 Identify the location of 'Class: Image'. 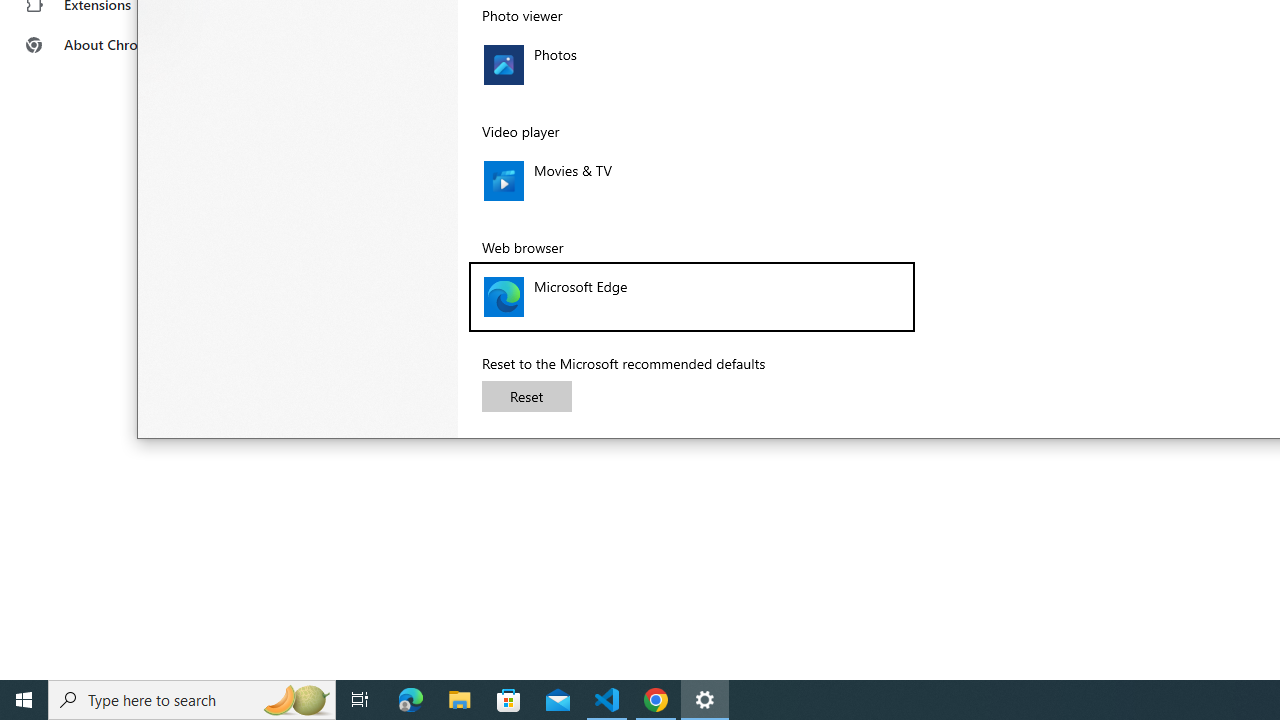
(503, 297).